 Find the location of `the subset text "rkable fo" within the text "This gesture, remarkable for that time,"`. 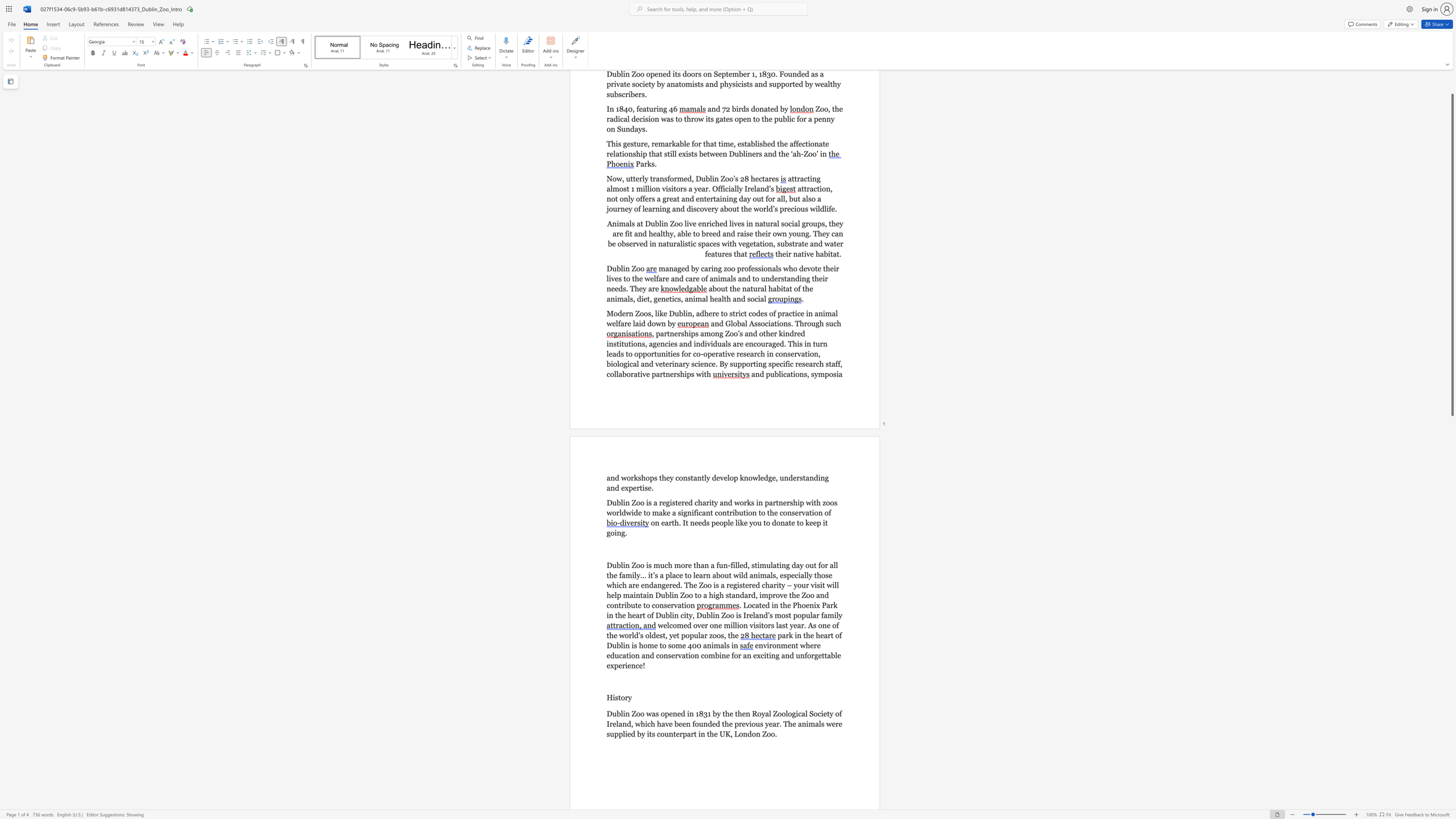

the subset text "rkable fo" within the text "This gesture, remarkable for that time," is located at coordinates (669, 144).